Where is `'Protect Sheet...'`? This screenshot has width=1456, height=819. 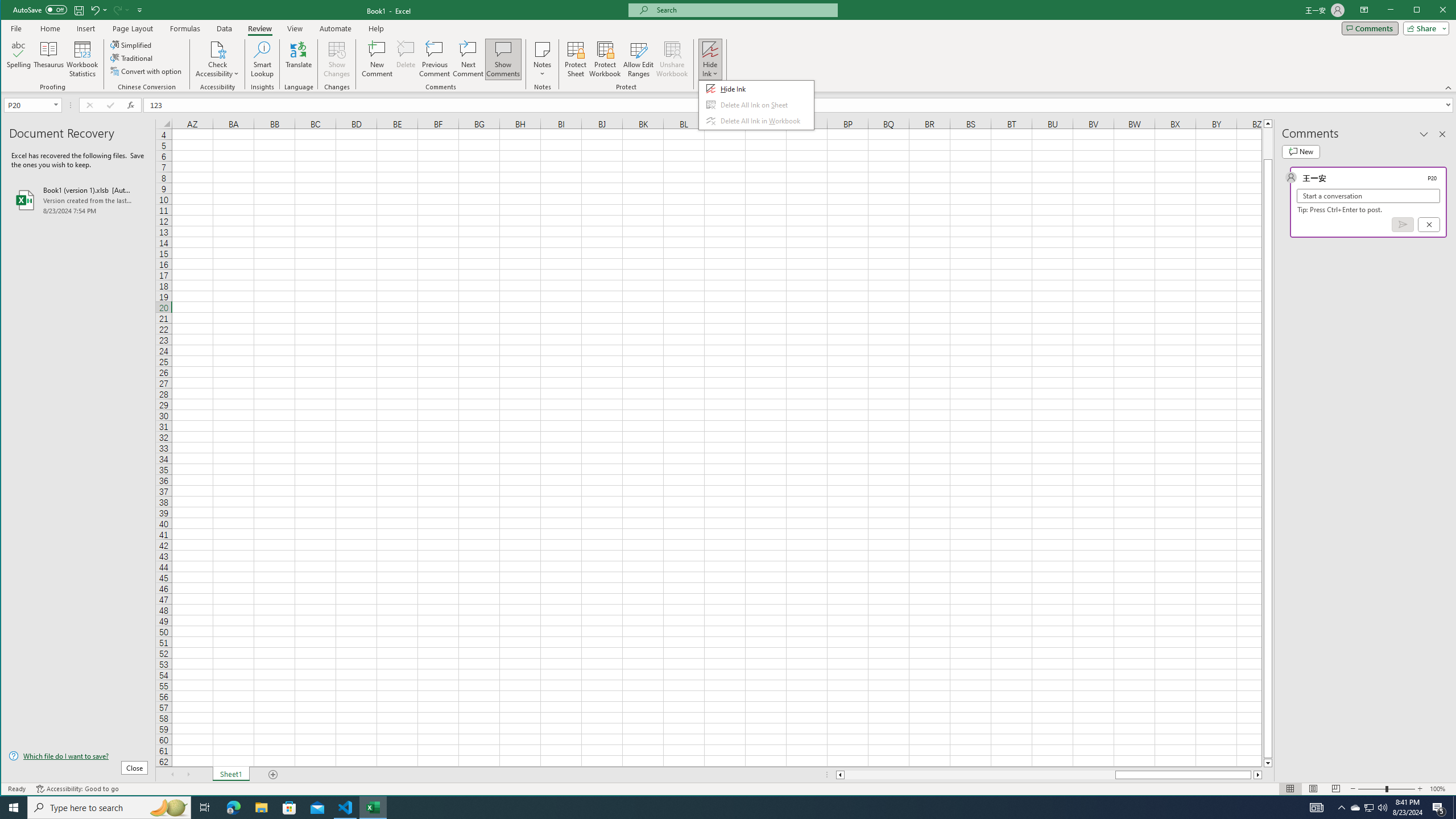
'Protect Sheet...' is located at coordinates (575, 59).